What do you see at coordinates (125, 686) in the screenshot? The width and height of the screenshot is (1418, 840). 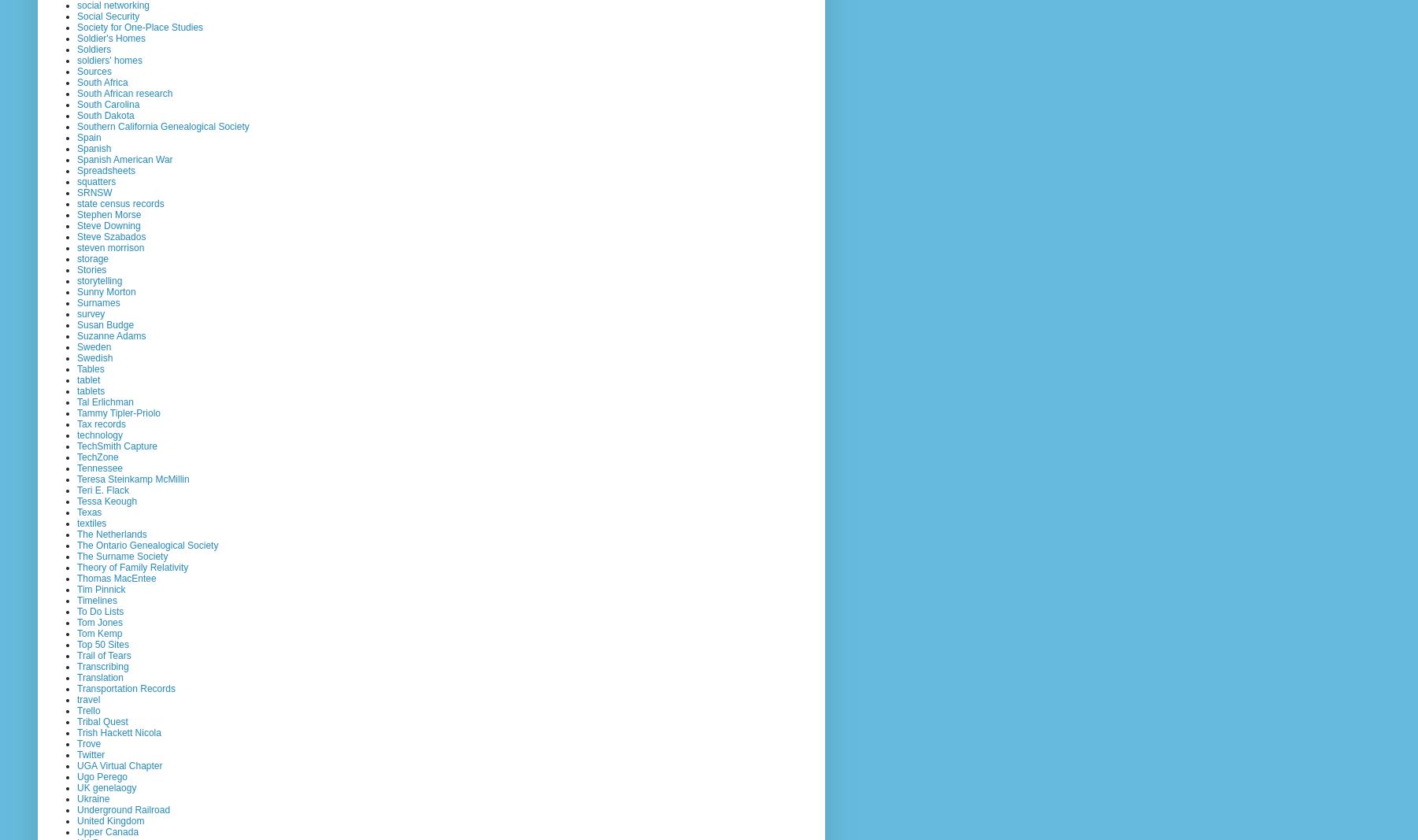 I see `'Transportation Records'` at bounding box center [125, 686].